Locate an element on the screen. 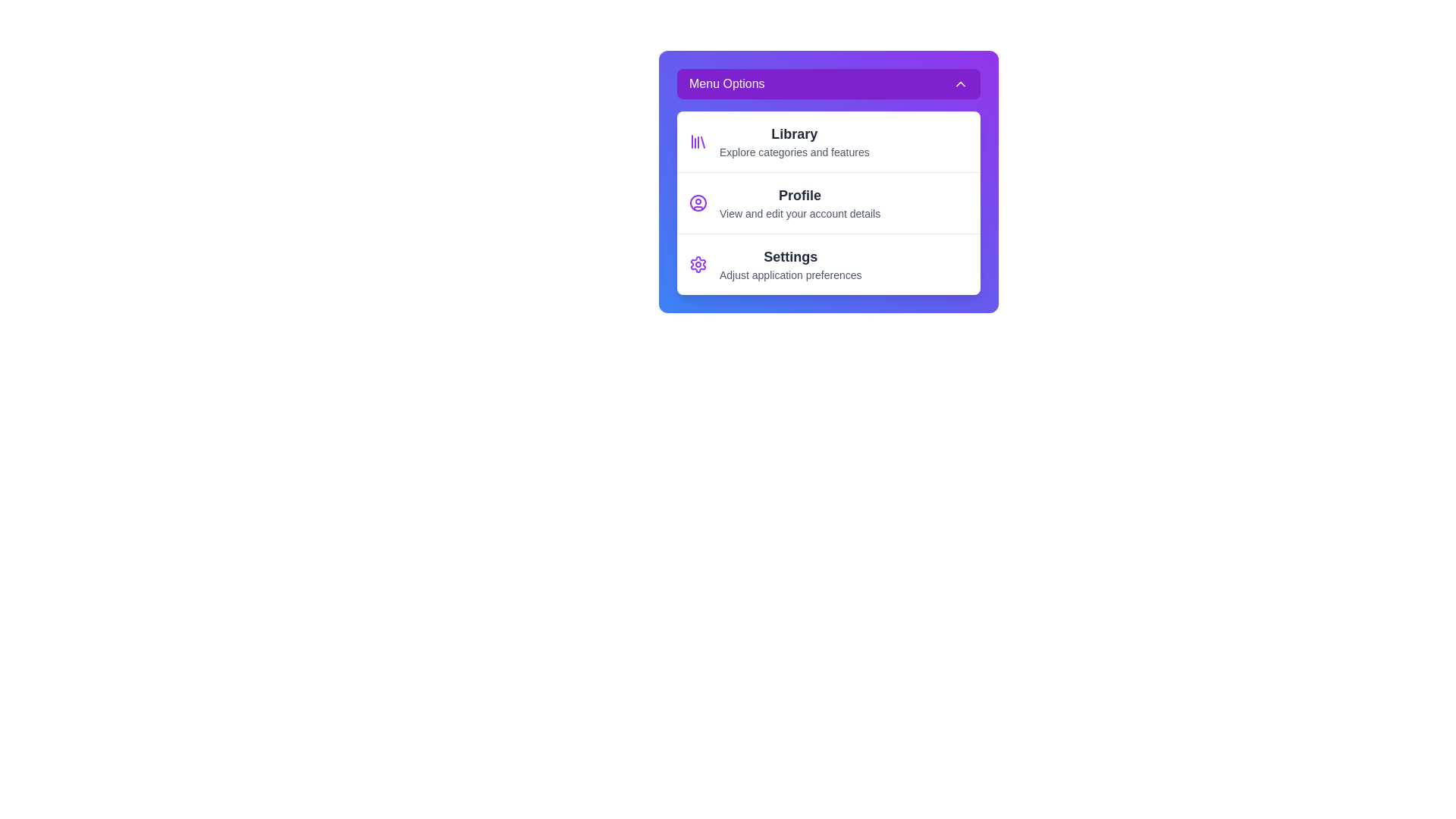 The image size is (1456, 819). the secondary descriptive text element under the 'Profile' section that provides additional context or instructions related to the 'Profile' section is located at coordinates (799, 213).